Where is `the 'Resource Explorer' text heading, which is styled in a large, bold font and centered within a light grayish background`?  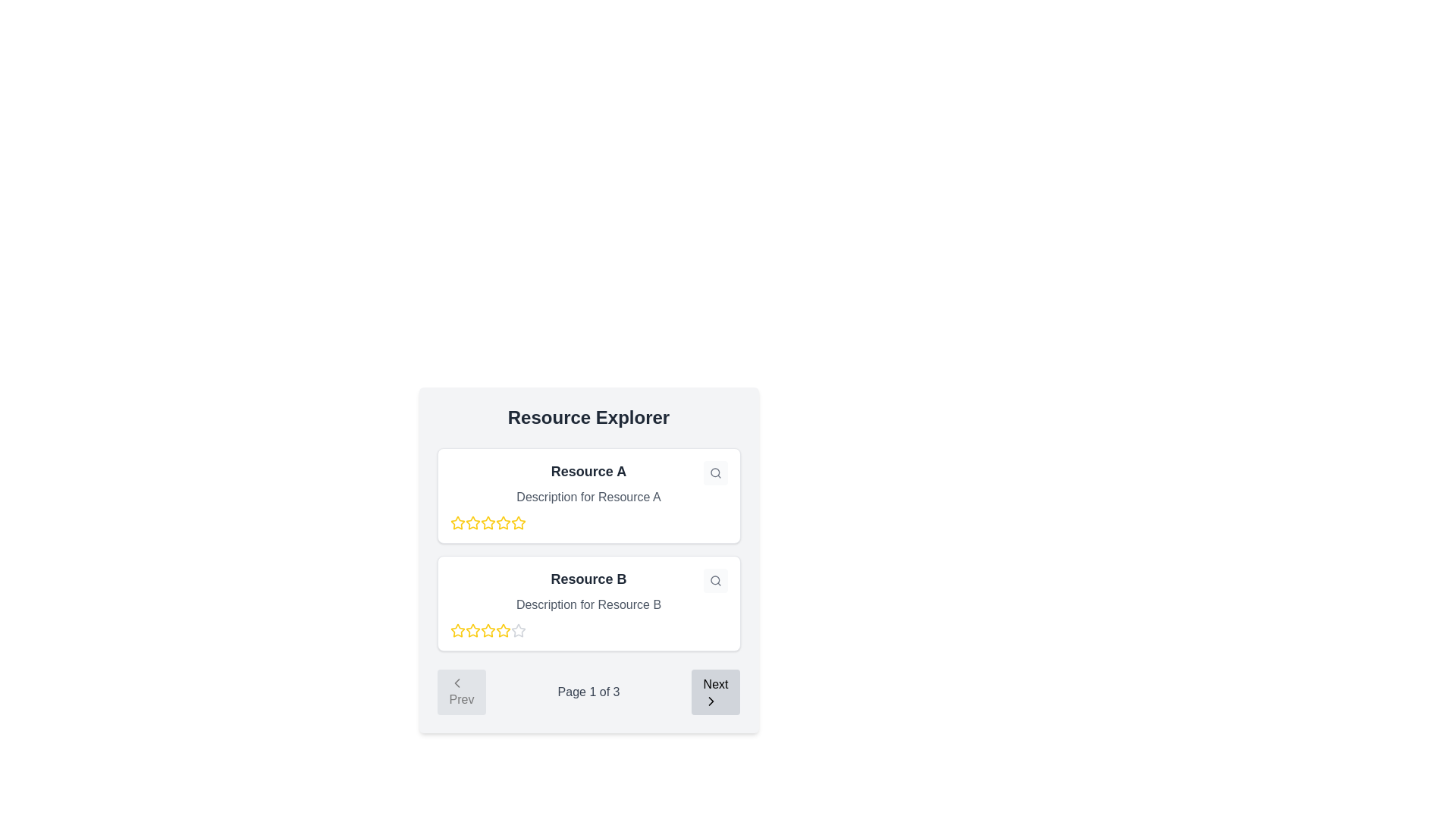 the 'Resource Explorer' text heading, which is styled in a large, bold font and centered within a light grayish background is located at coordinates (588, 418).